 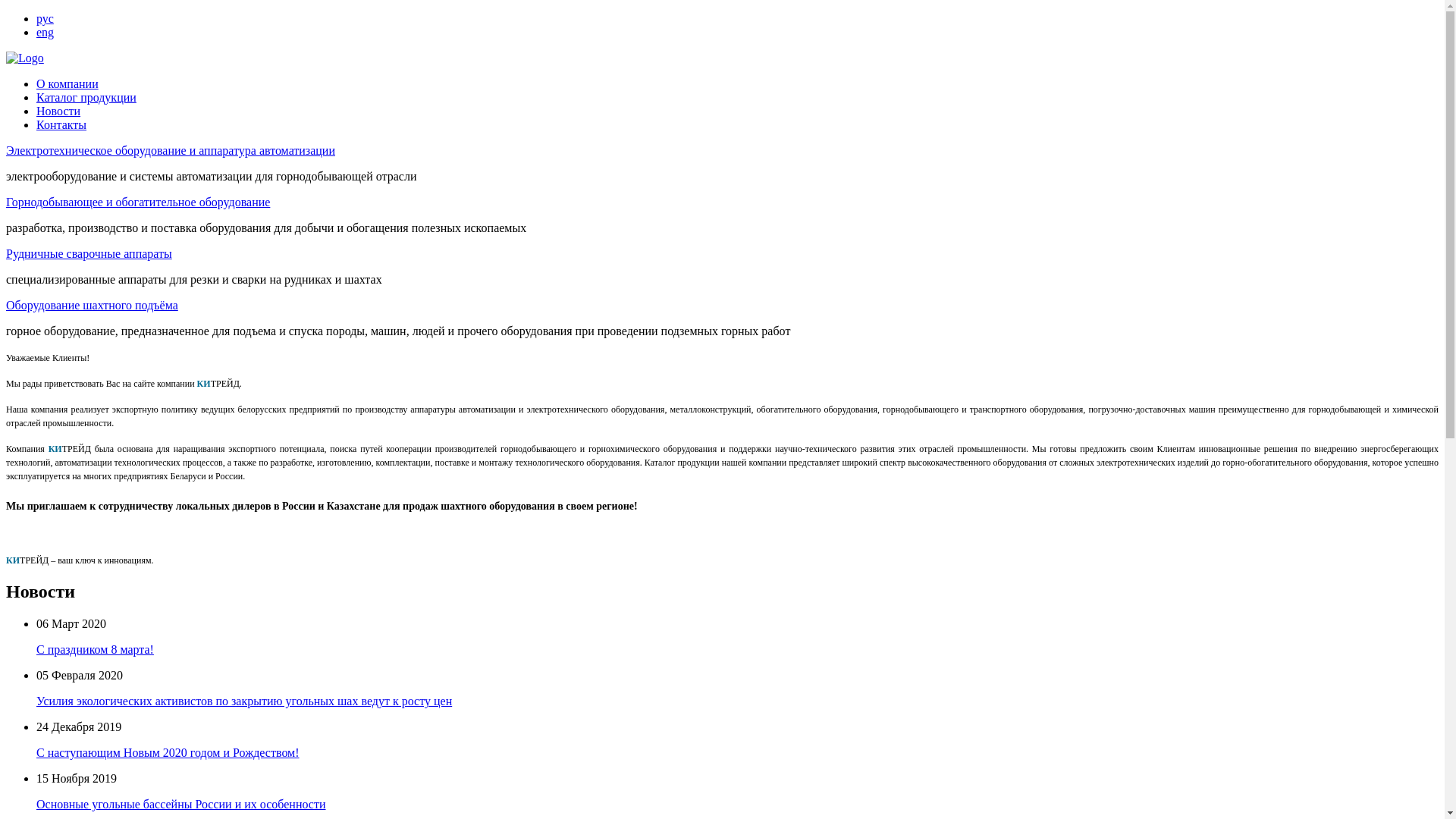 What do you see at coordinates (45, 32) in the screenshot?
I see `'eng'` at bounding box center [45, 32].